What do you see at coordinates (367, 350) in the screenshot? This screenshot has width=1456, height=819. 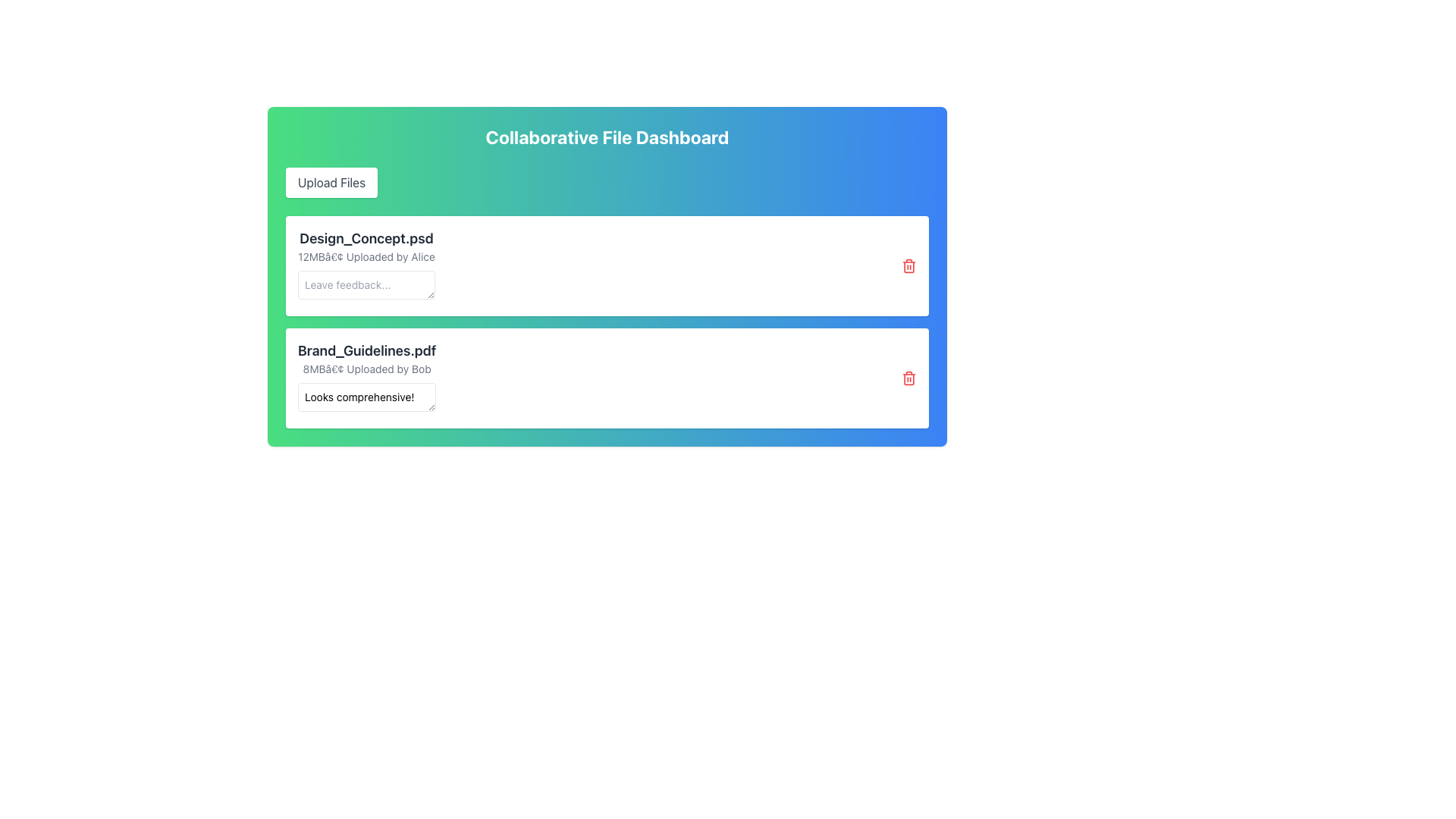 I see `the text element displaying 'Brand_Guidelines.pdf' located` at bounding box center [367, 350].